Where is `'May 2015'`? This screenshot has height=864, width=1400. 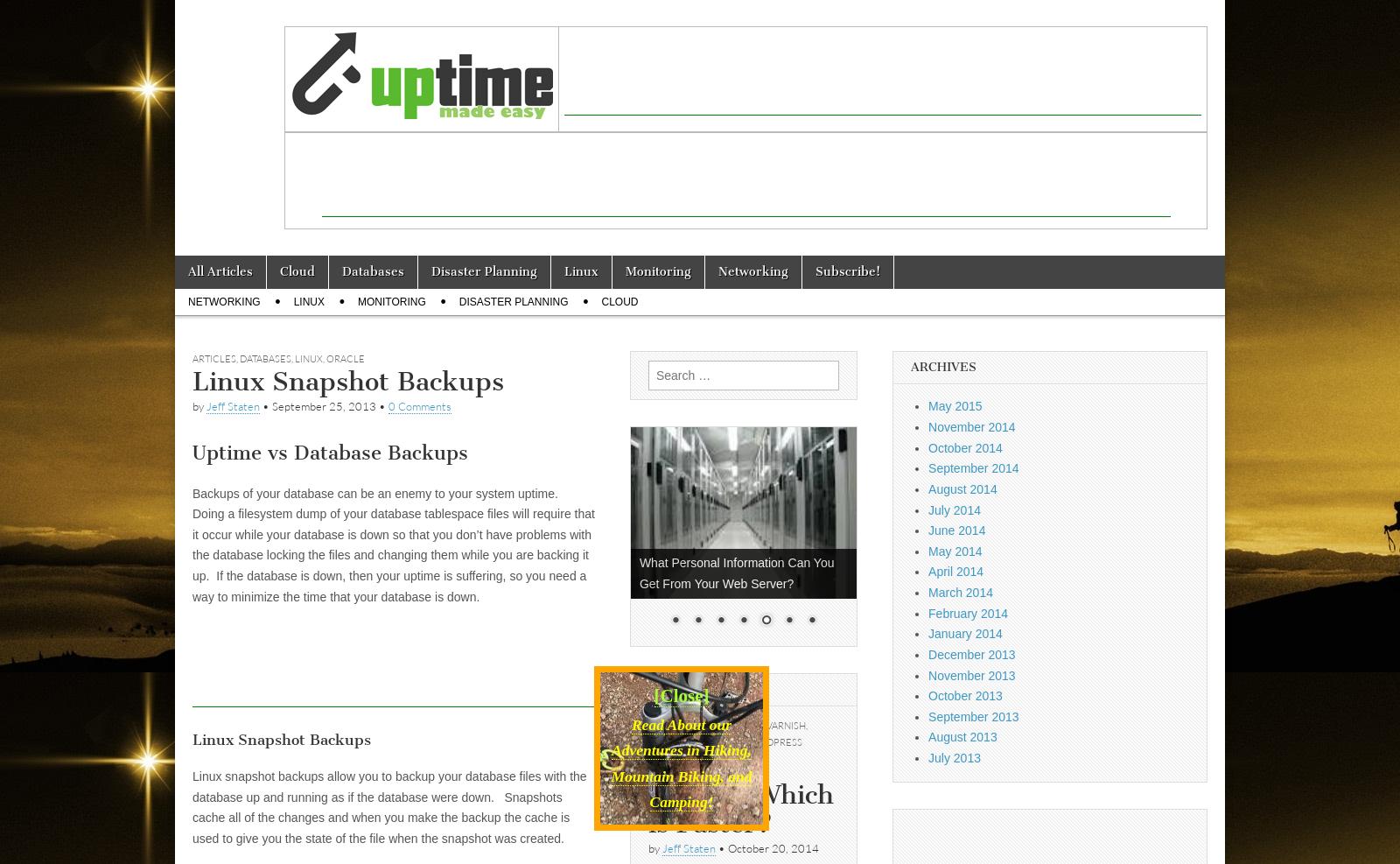 'May 2015' is located at coordinates (927, 404).